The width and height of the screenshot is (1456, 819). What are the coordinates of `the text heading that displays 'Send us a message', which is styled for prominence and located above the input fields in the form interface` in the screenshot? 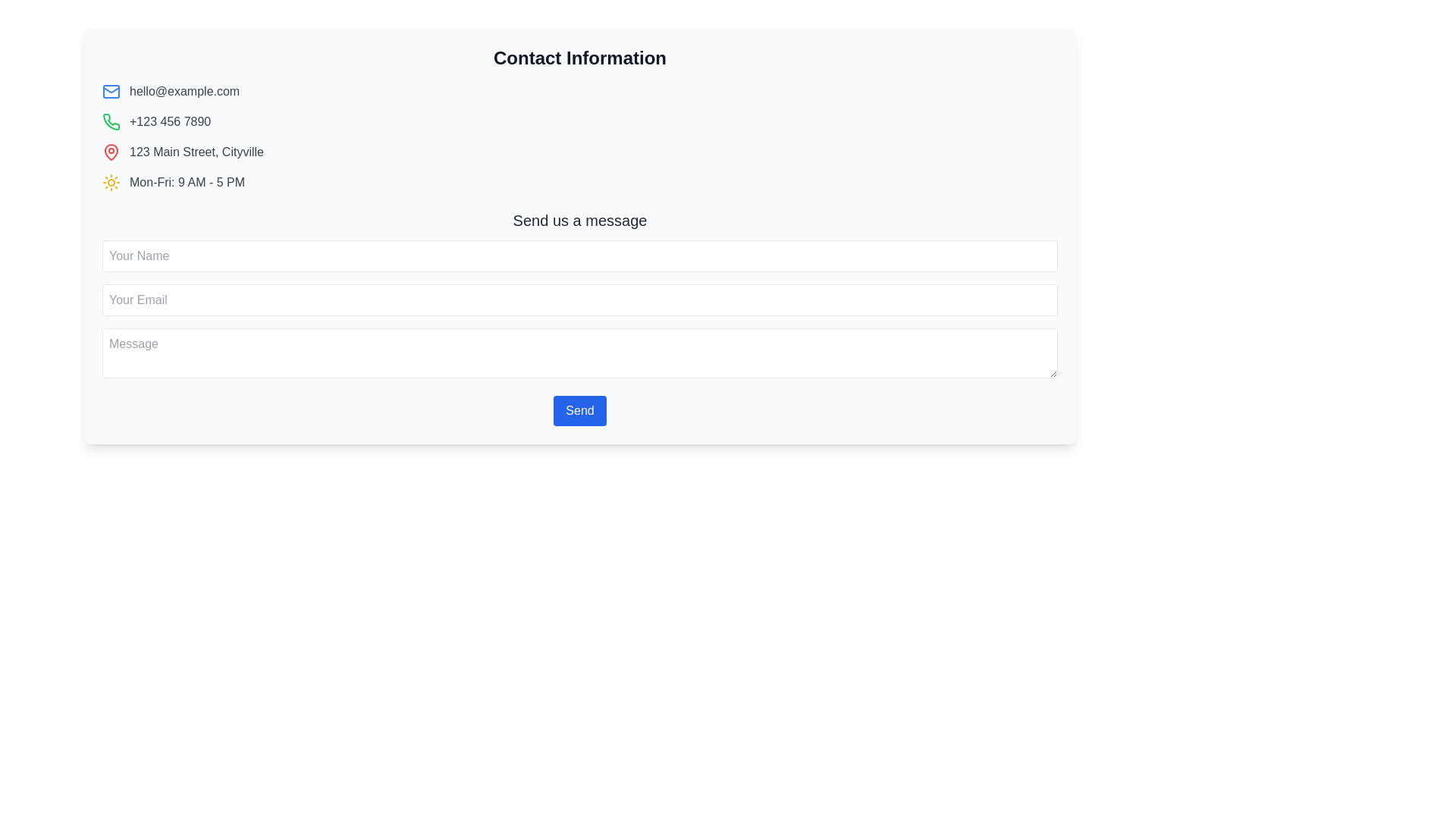 It's located at (579, 220).